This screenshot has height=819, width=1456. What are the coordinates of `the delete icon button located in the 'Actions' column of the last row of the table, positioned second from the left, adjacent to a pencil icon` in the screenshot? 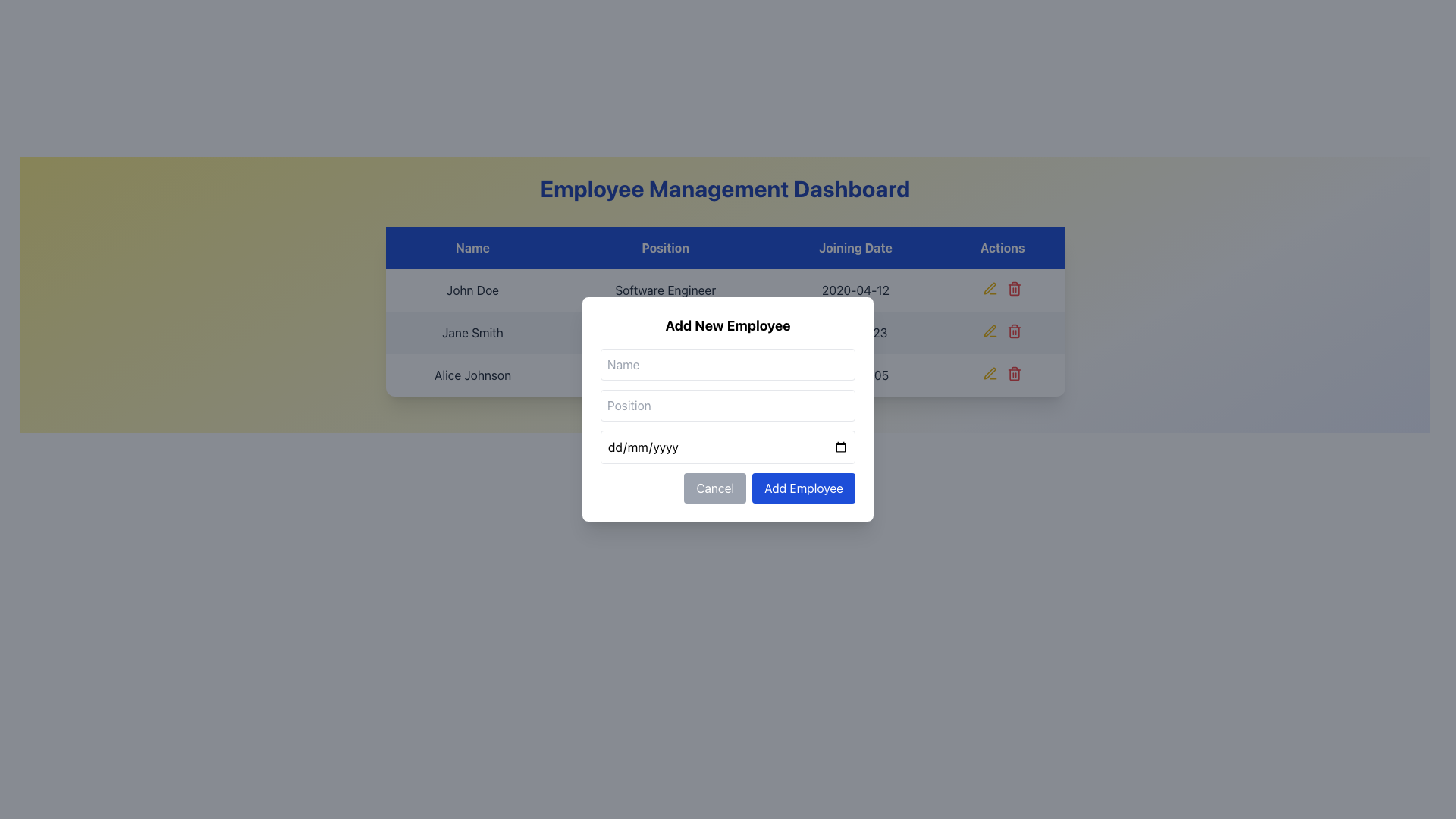 It's located at (1015, 330).